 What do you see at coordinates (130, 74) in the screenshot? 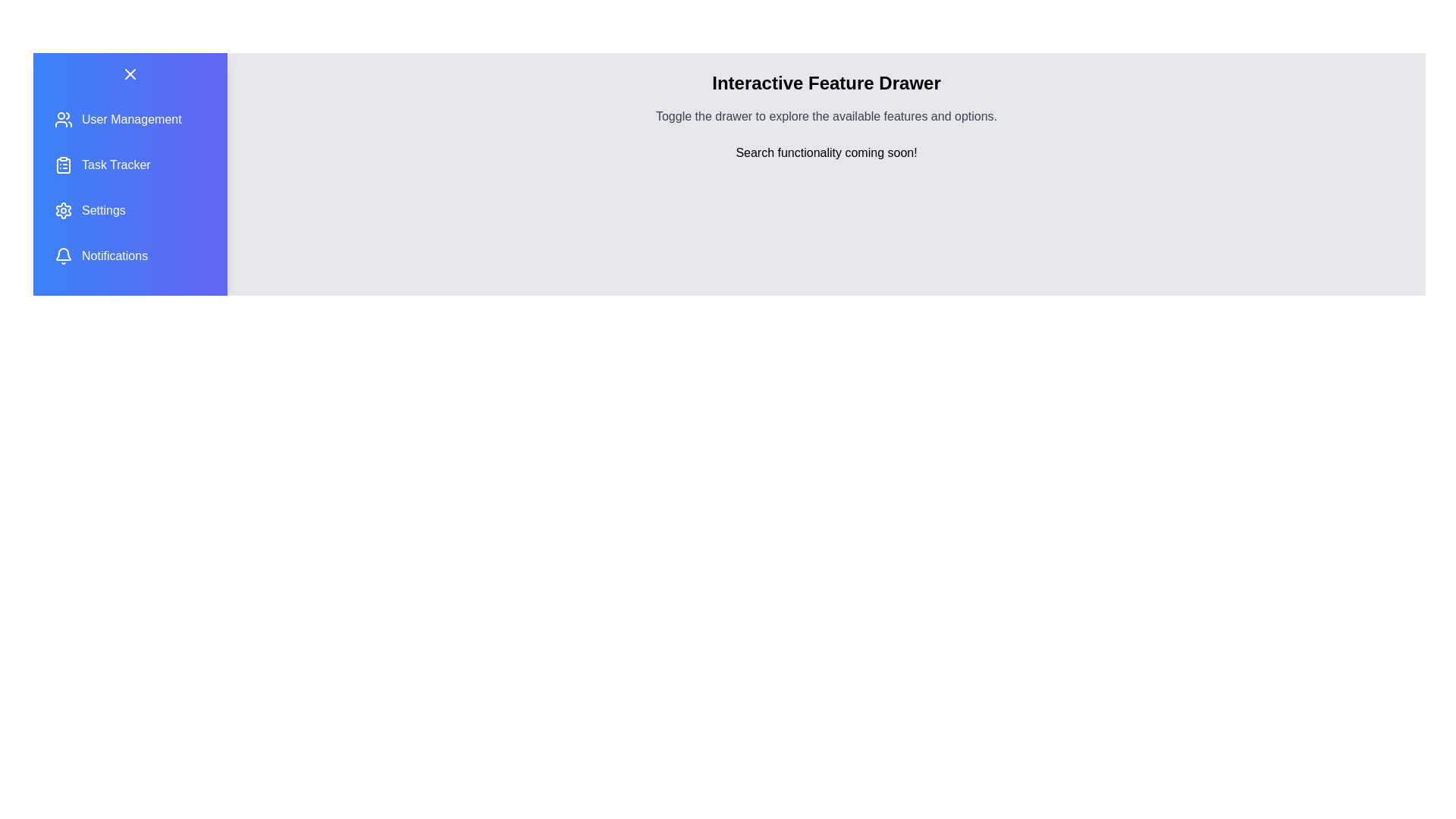
I see `the toggle button to toggle the drawer open or closed` at bounding box center [130, 74].